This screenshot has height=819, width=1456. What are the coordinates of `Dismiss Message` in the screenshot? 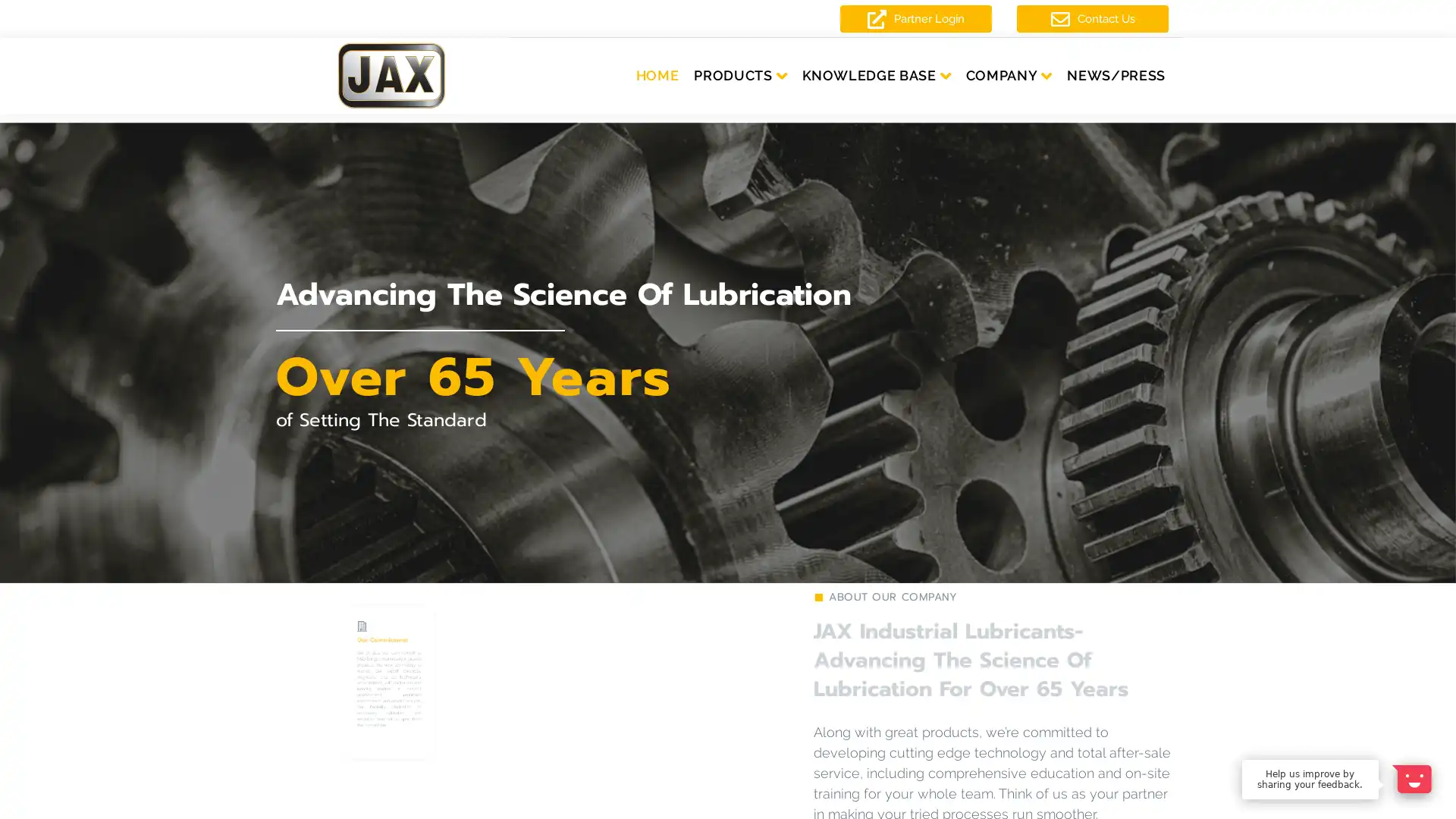 It's located at (1376, 761).